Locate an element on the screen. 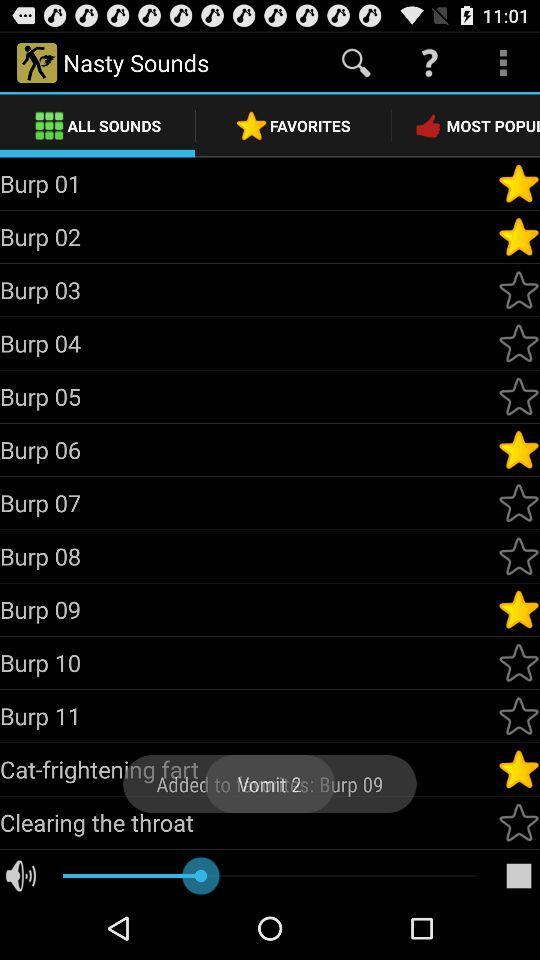 The image size is (540, 960). burp 10 is located at coordinates (518, 662).